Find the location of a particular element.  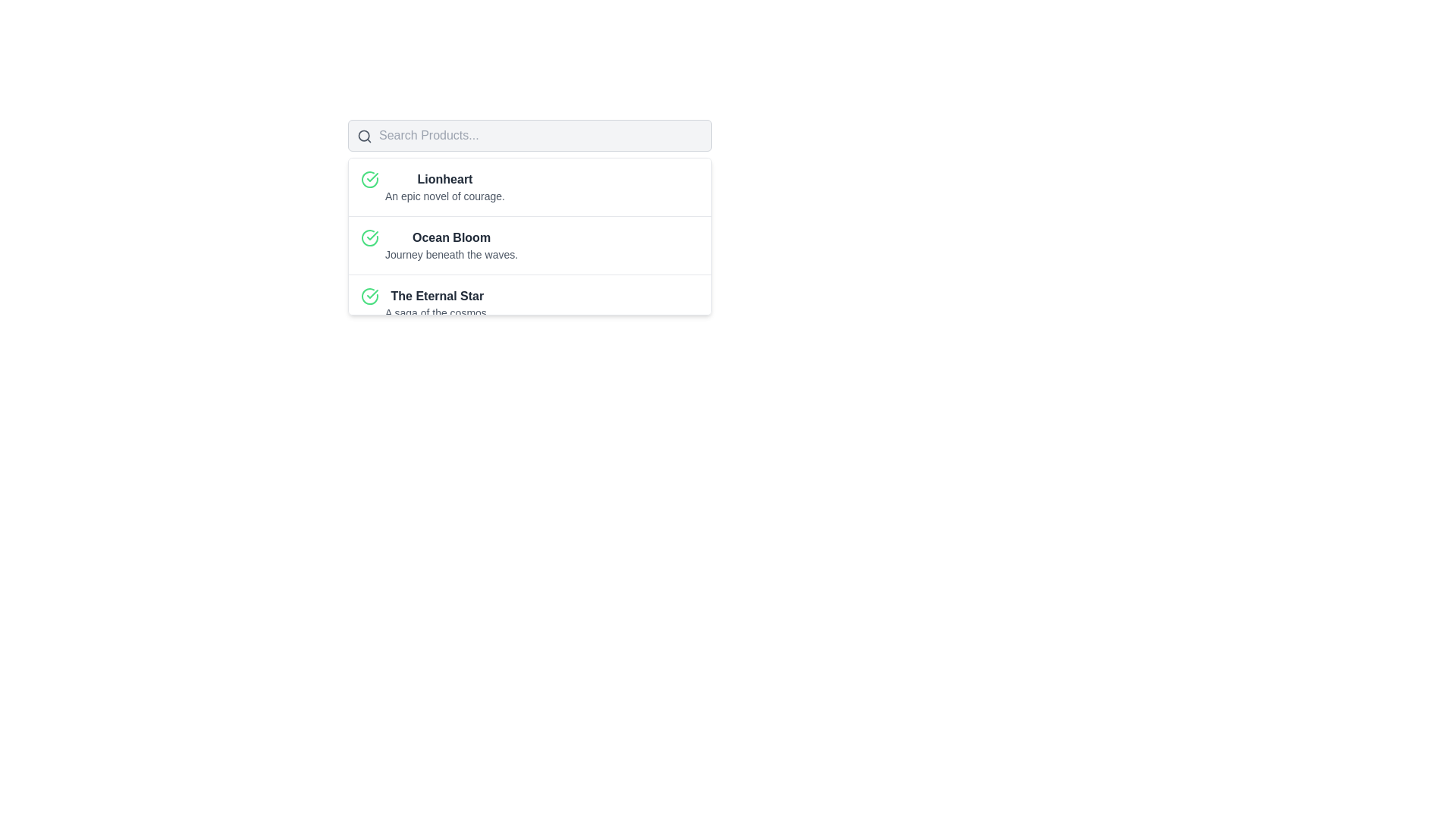

to select the second item in the list, 'Ocean Bloom', which has the subtitle 'Journey beneath the waves' is located at coordinates (530, 237).